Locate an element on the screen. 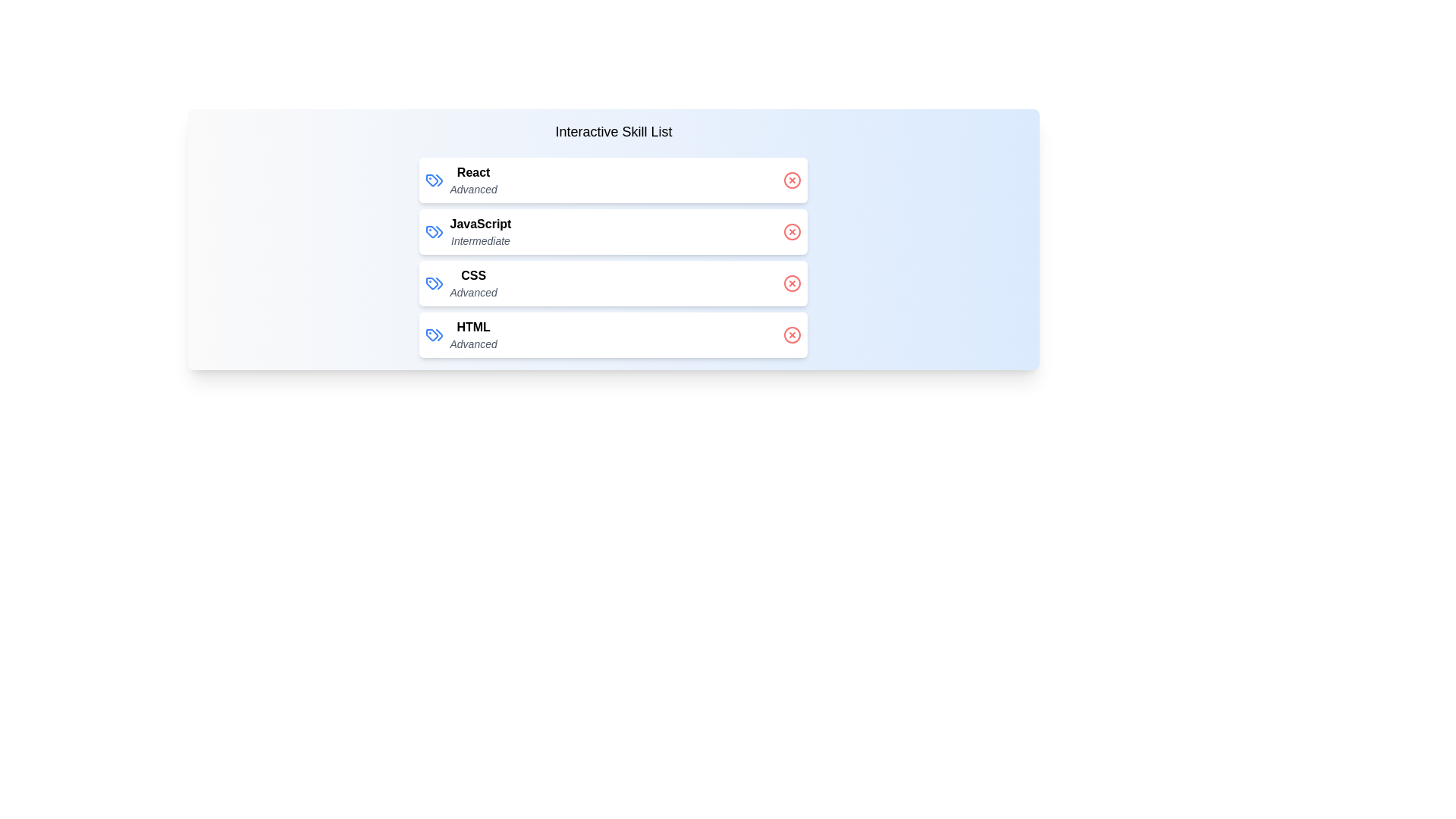  the delete button for the skill React is located at coordinates (792, 180).